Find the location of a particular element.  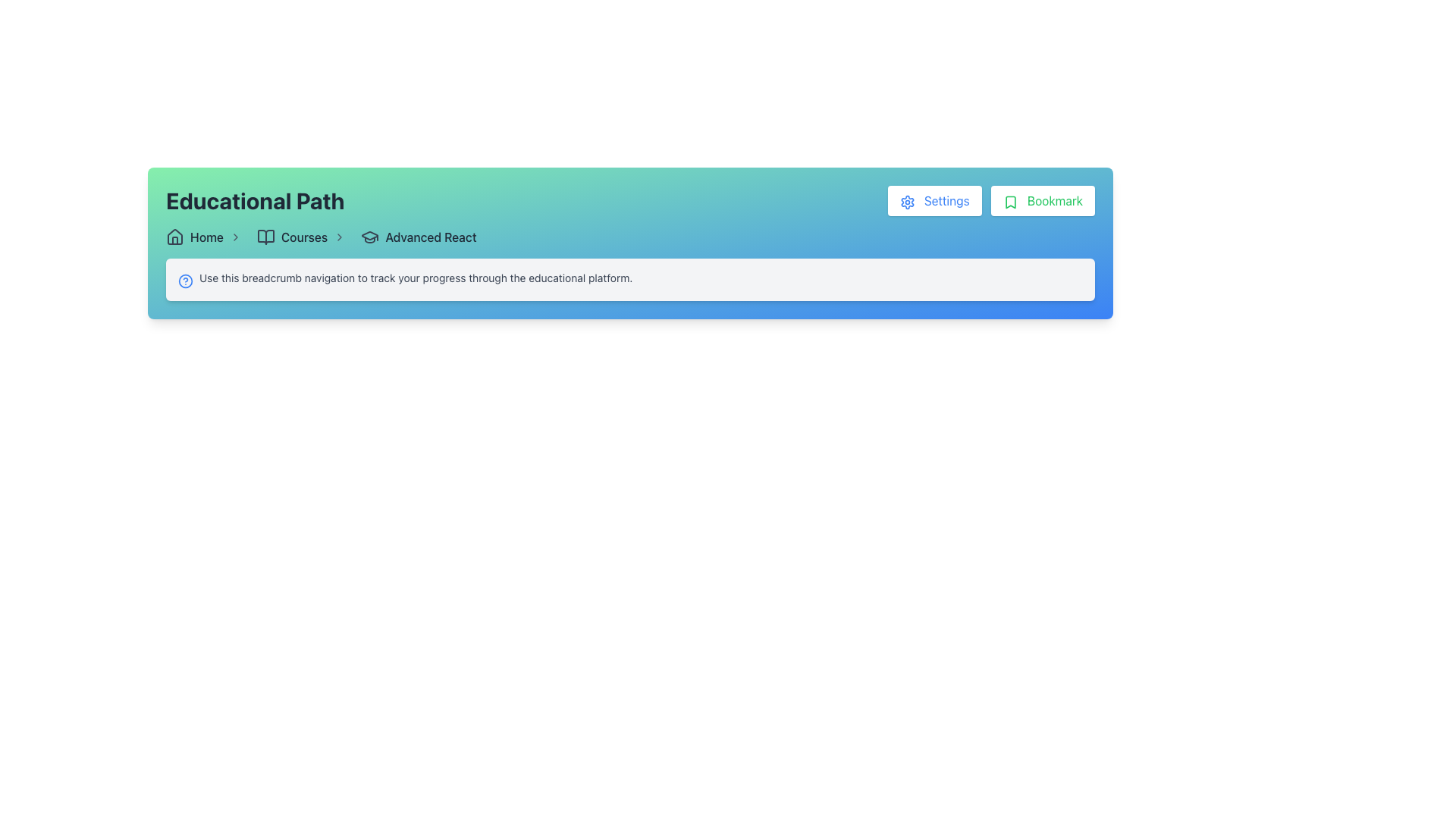

the blue circular icon with a question mark, located before the descriptive text 'Use this breadcrumb navigation' is located at coordinates (184, 281).